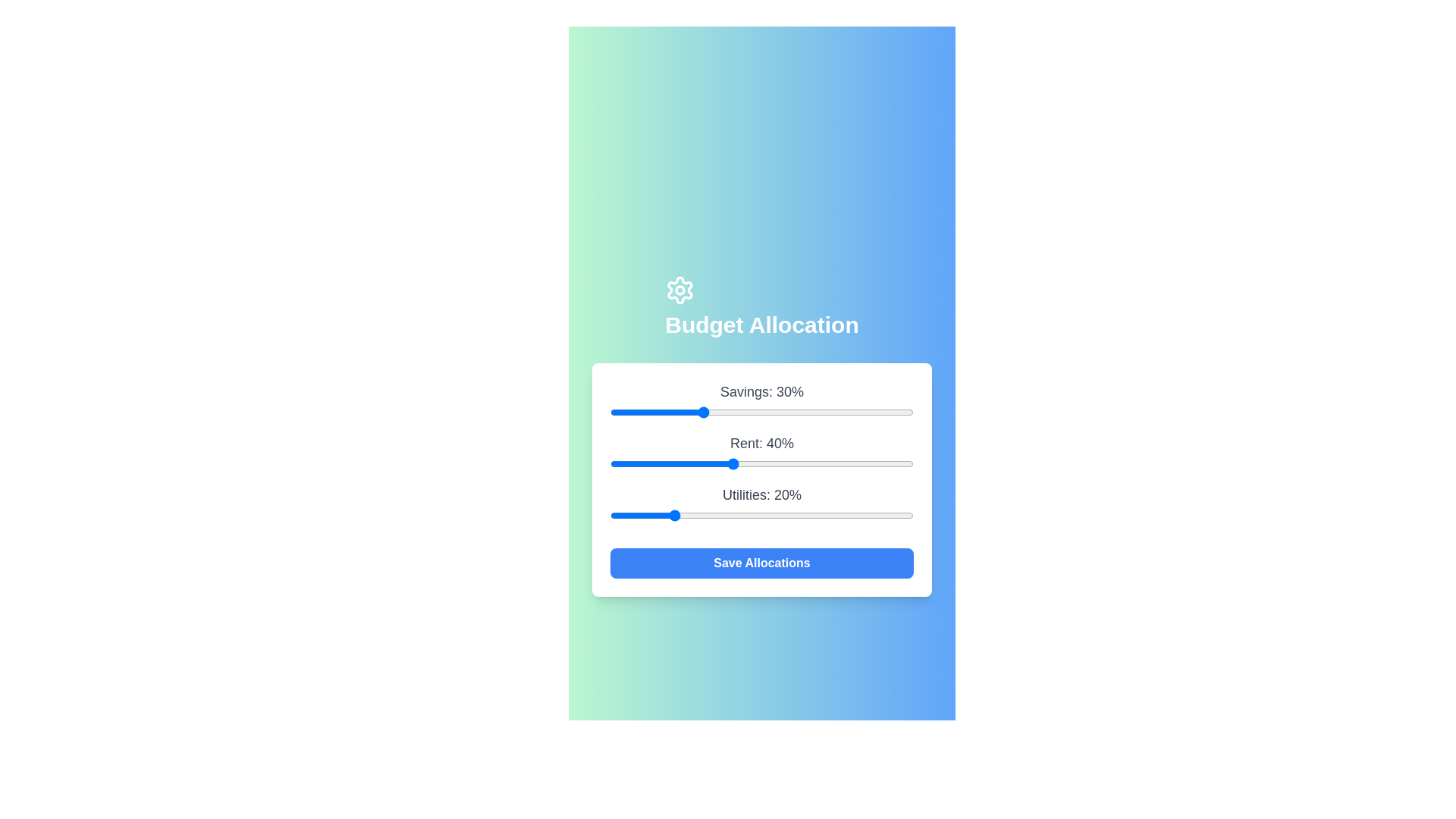 This screenshot has height=819, width=1456. What do you see at coordinates (910, 412) in the screenshot?
I see `the 'Savings' slider to 99%` at bounding box center [910, 412].